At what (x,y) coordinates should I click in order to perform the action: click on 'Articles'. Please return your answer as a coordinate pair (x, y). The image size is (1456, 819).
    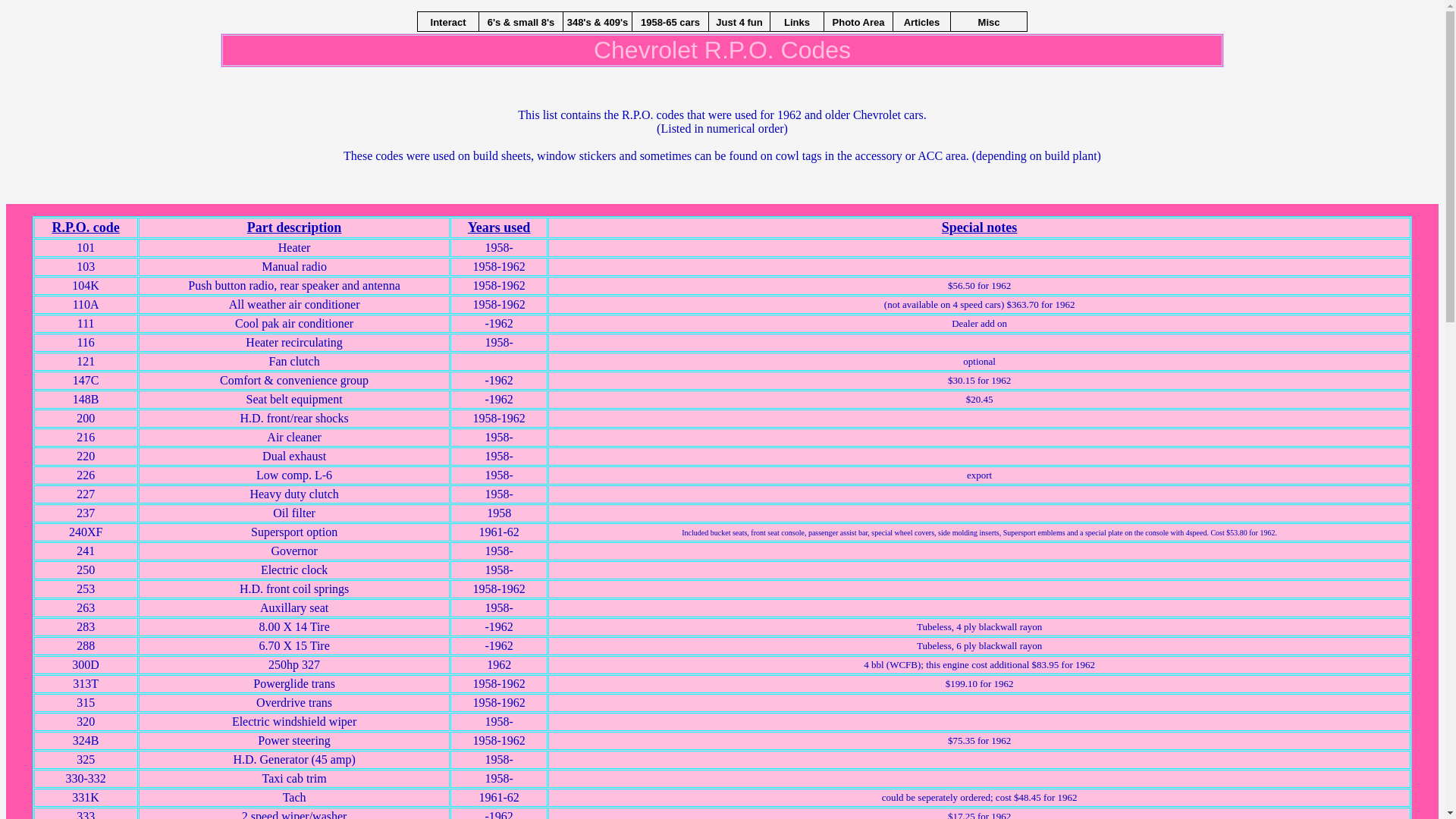
    Looking at the image, I should click on (921, 21).